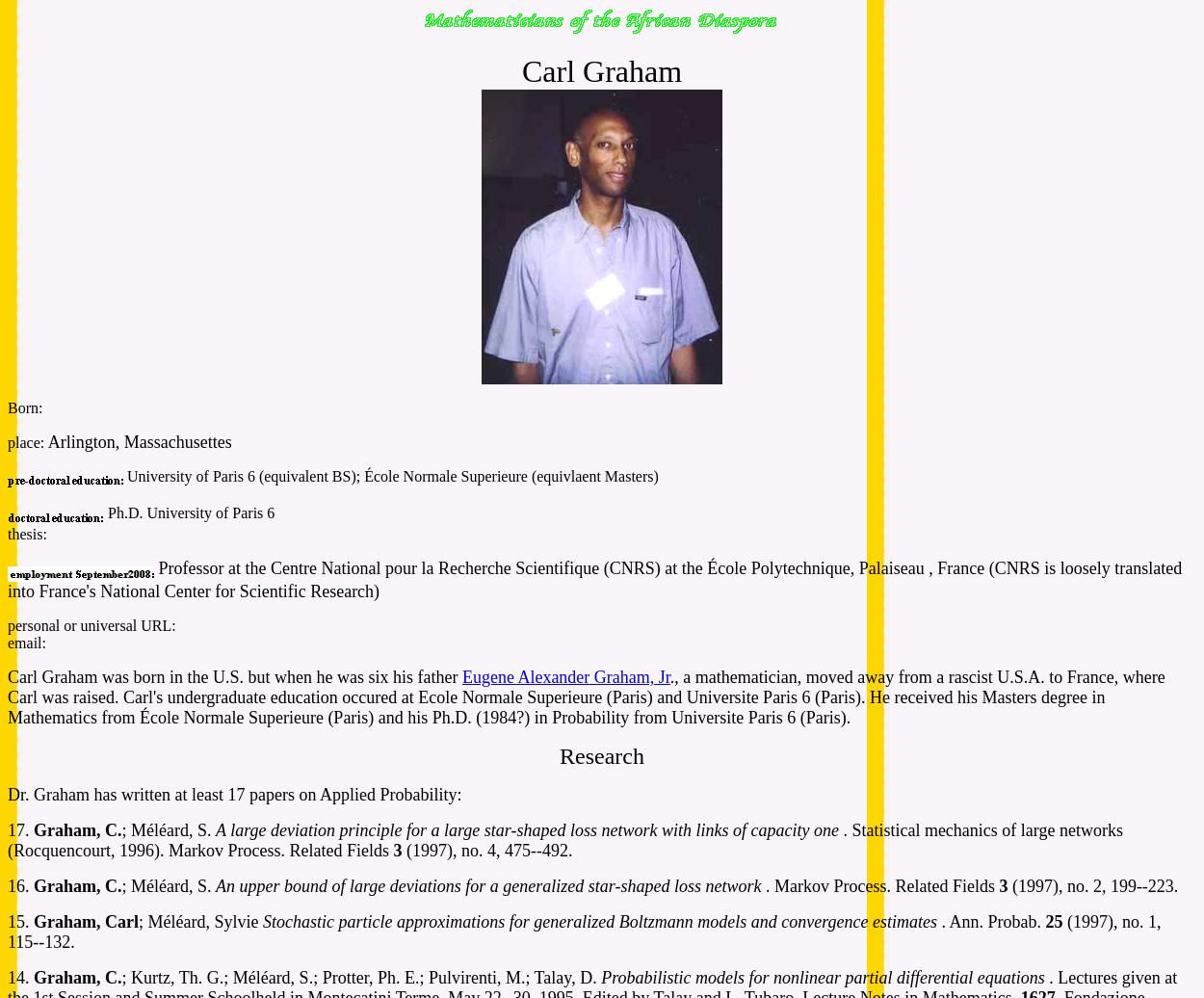  Describe the element at coordinates (583, 932) in the screenshot. I see `'(1997), no. 1, 115--132.'` at that location.